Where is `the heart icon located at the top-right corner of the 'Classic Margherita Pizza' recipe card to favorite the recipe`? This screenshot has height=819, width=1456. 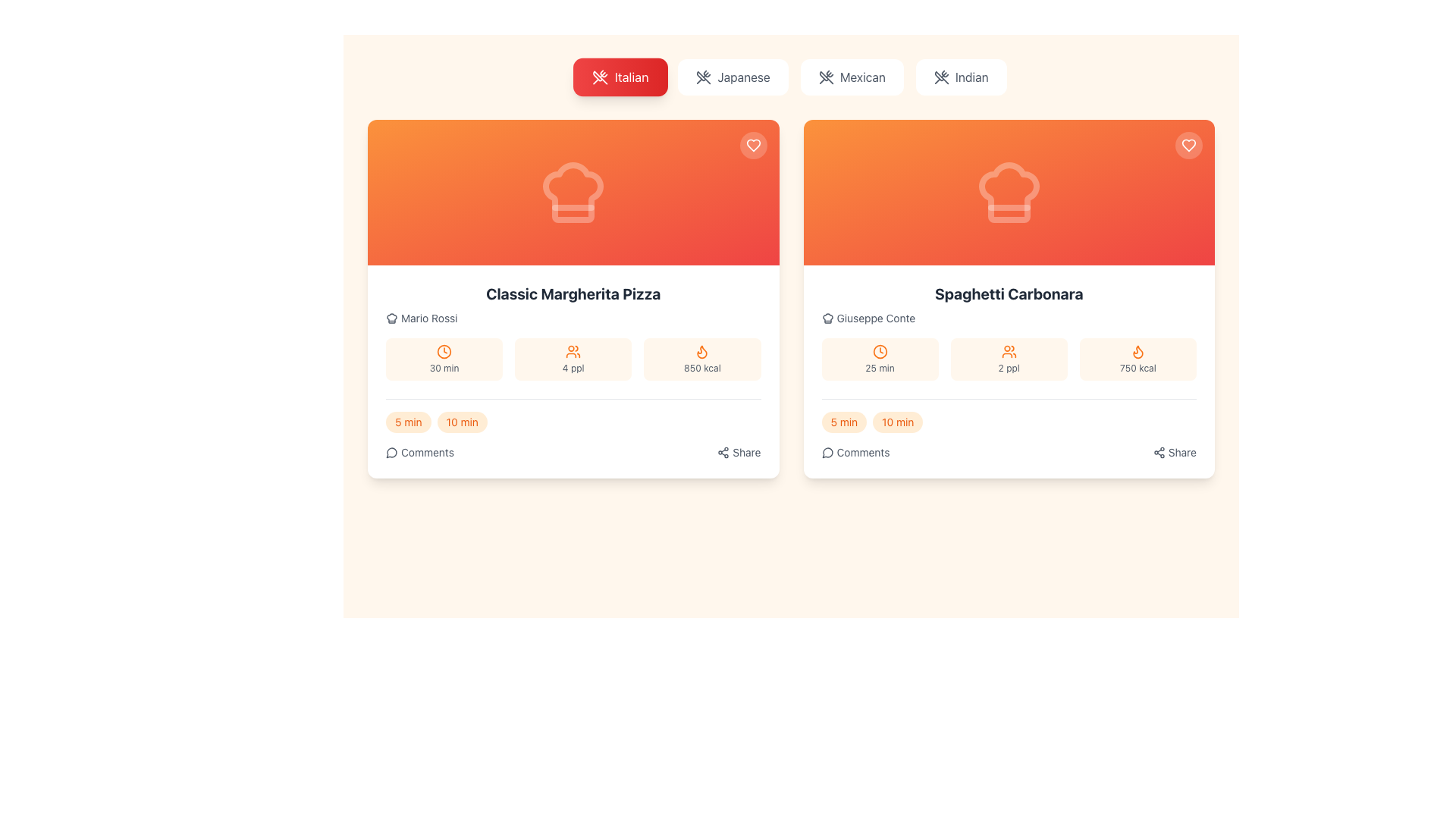
the heart icon located at the top-right corner of the 'Classic Margherita Pizza' recipe card to favorite the recipe is located at coordinates (753, 146).